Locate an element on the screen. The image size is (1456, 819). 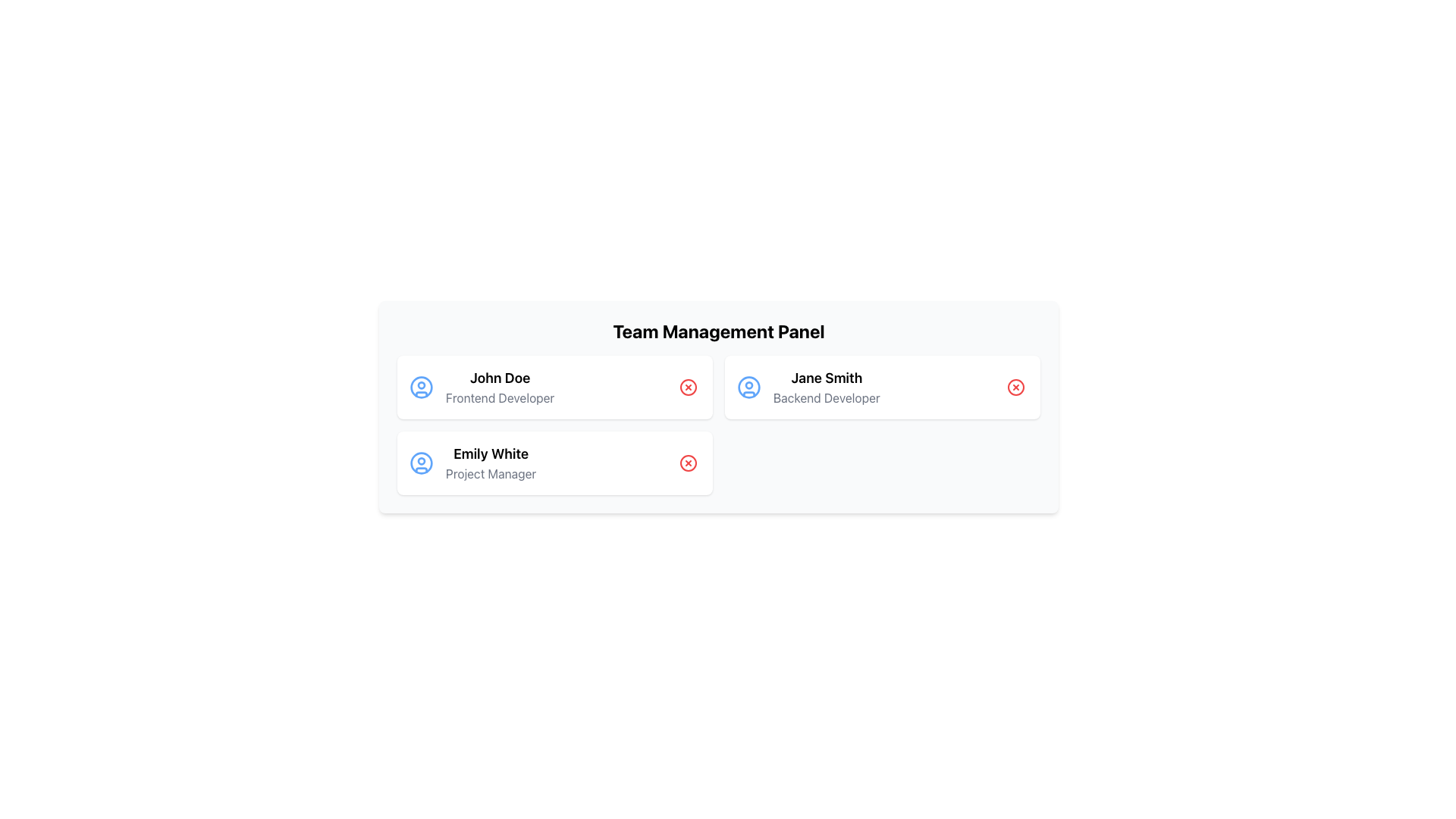
the third card component displaying a team member's name and role in the grid layout, positioned below 'John Doe' and to the left of 'Jane Smith' is located at coordinates (554, 462).